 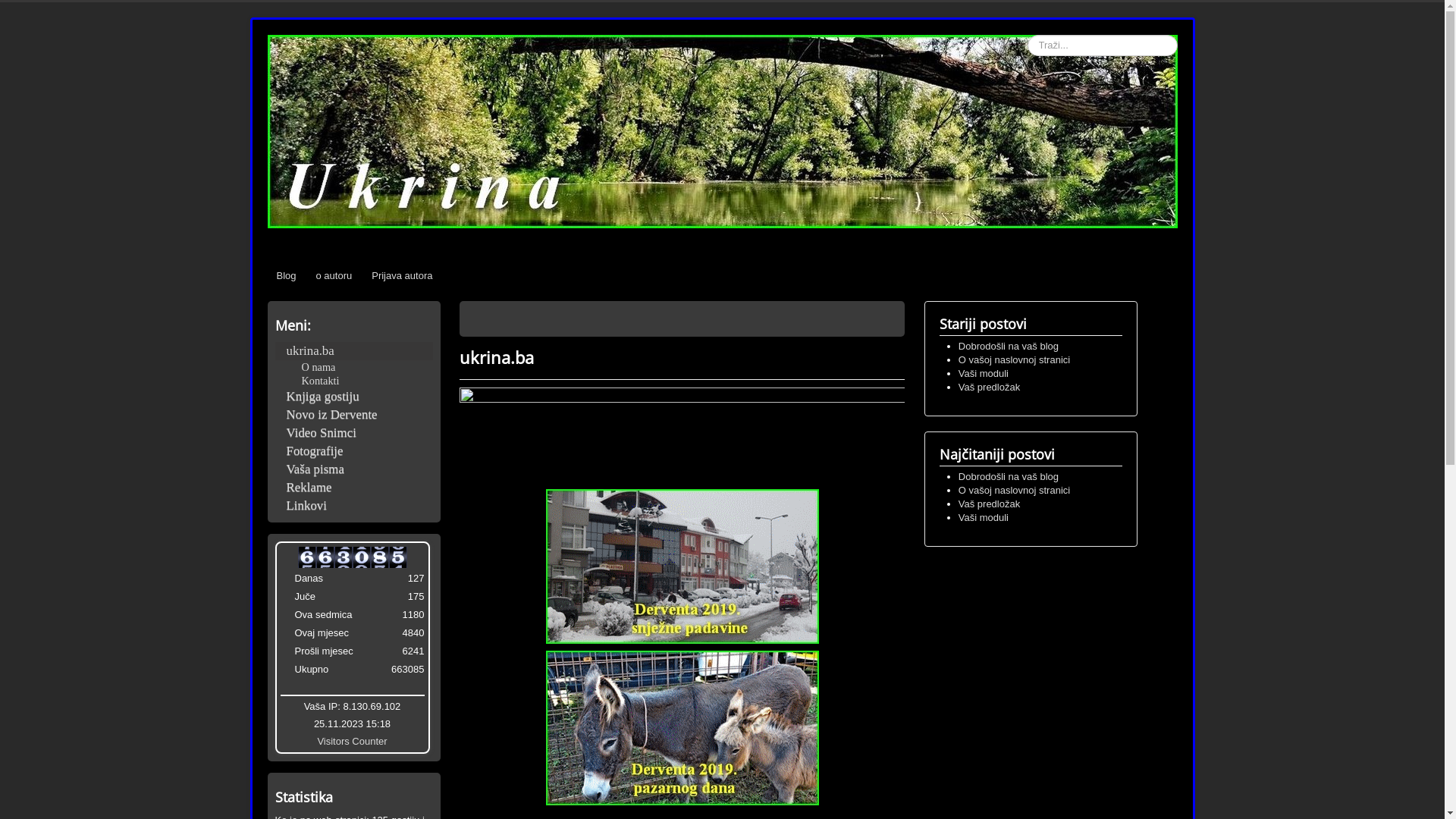 What do you see at coordinates (352, 432) in the screenshot?
I see `'Video Snimci'` at bounding box center [352, 432].